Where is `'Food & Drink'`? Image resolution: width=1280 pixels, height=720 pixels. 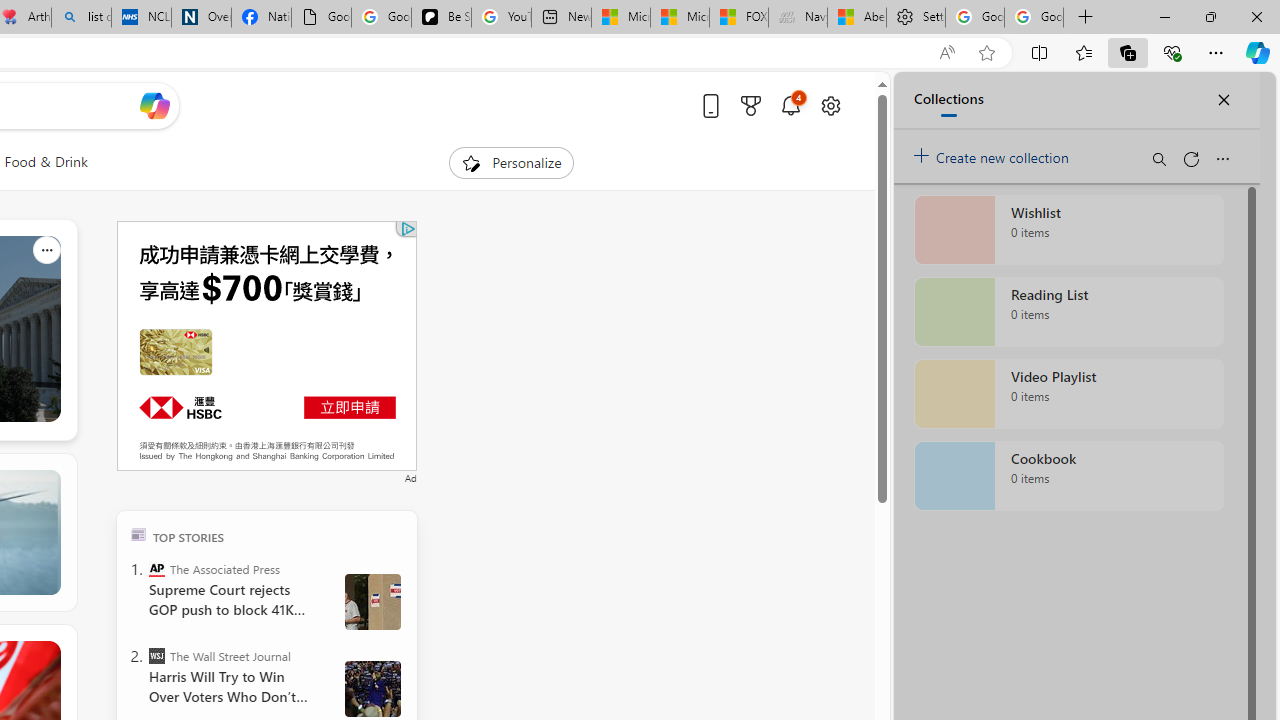 'Food & Drink' is located at coordinates (46, 162).